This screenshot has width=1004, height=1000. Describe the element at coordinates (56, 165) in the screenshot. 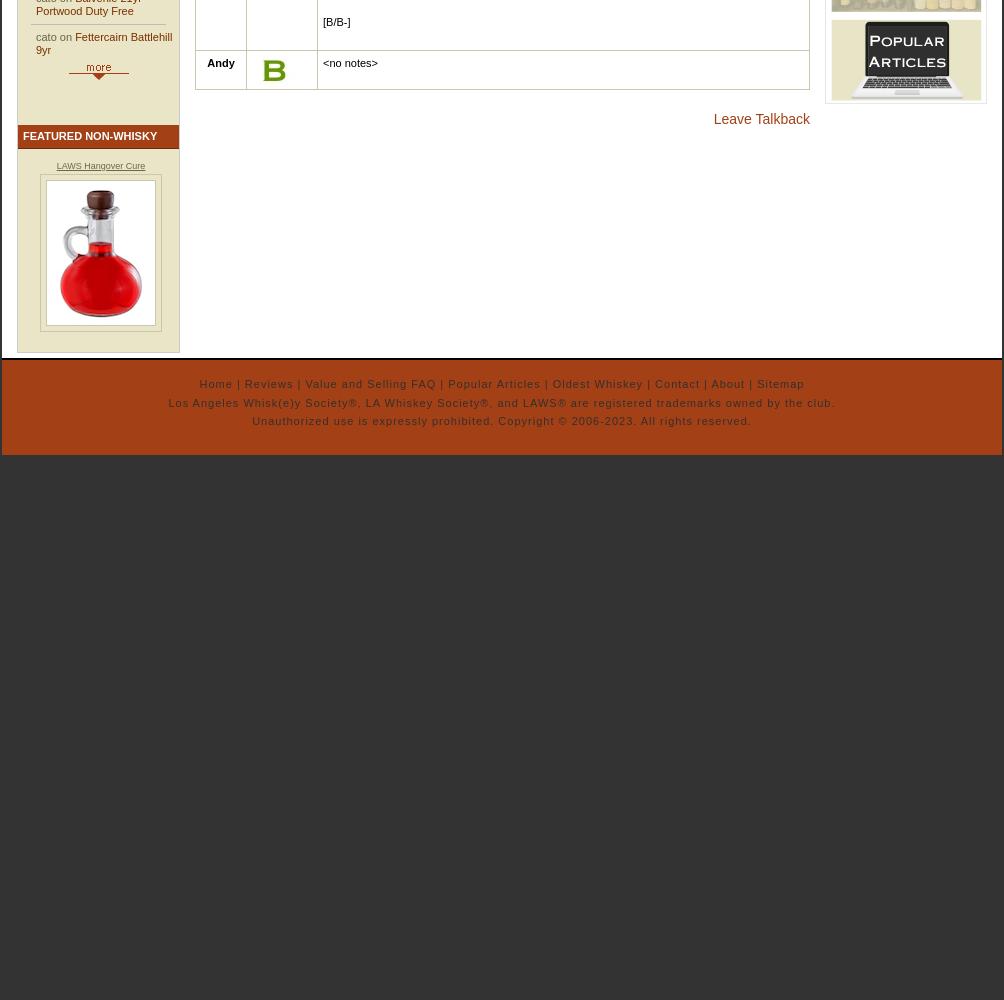

I see `'LAWS Hangover Cure'` at that location.